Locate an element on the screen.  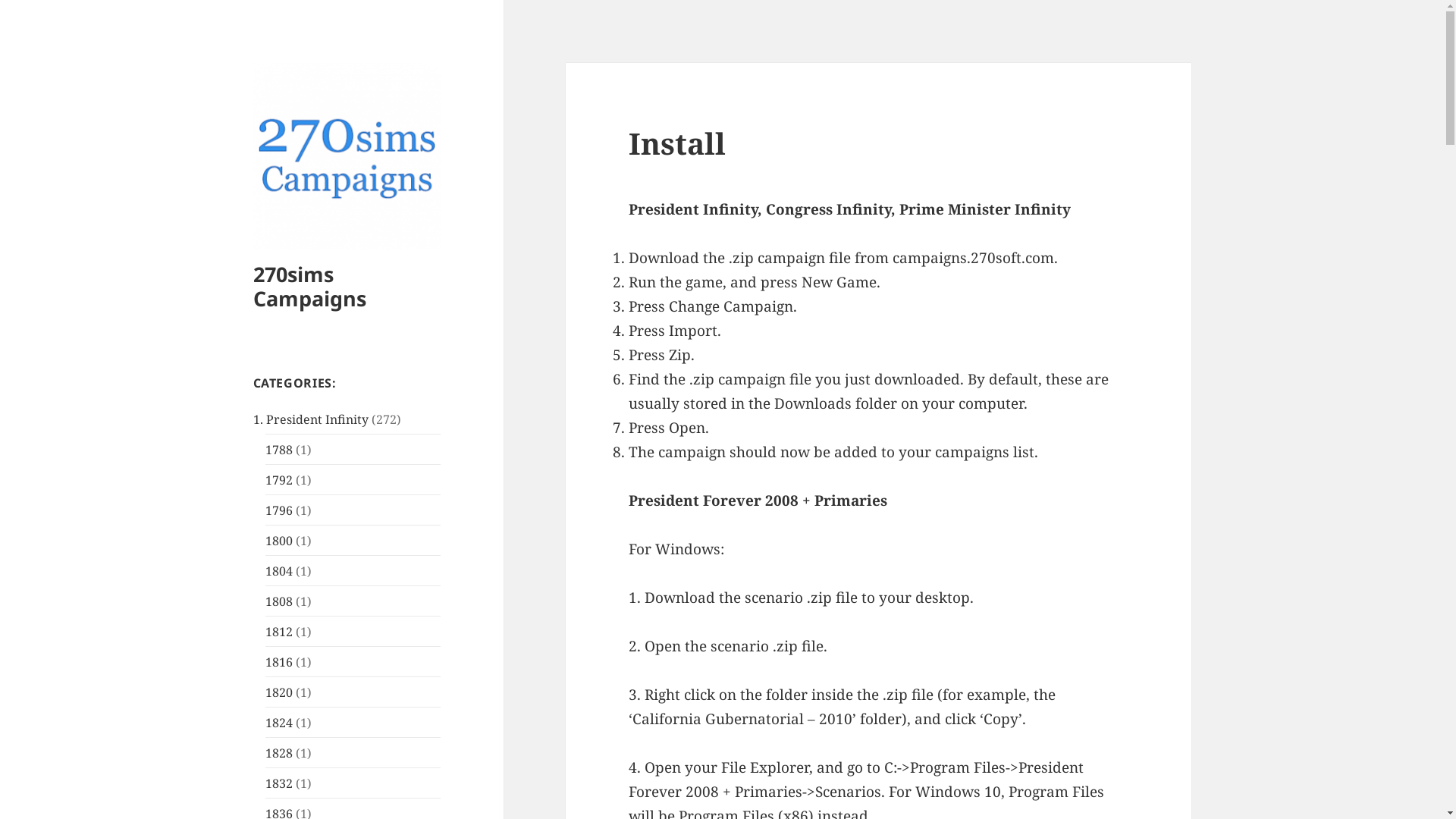
'1808' is located at coordinates (265, 601).